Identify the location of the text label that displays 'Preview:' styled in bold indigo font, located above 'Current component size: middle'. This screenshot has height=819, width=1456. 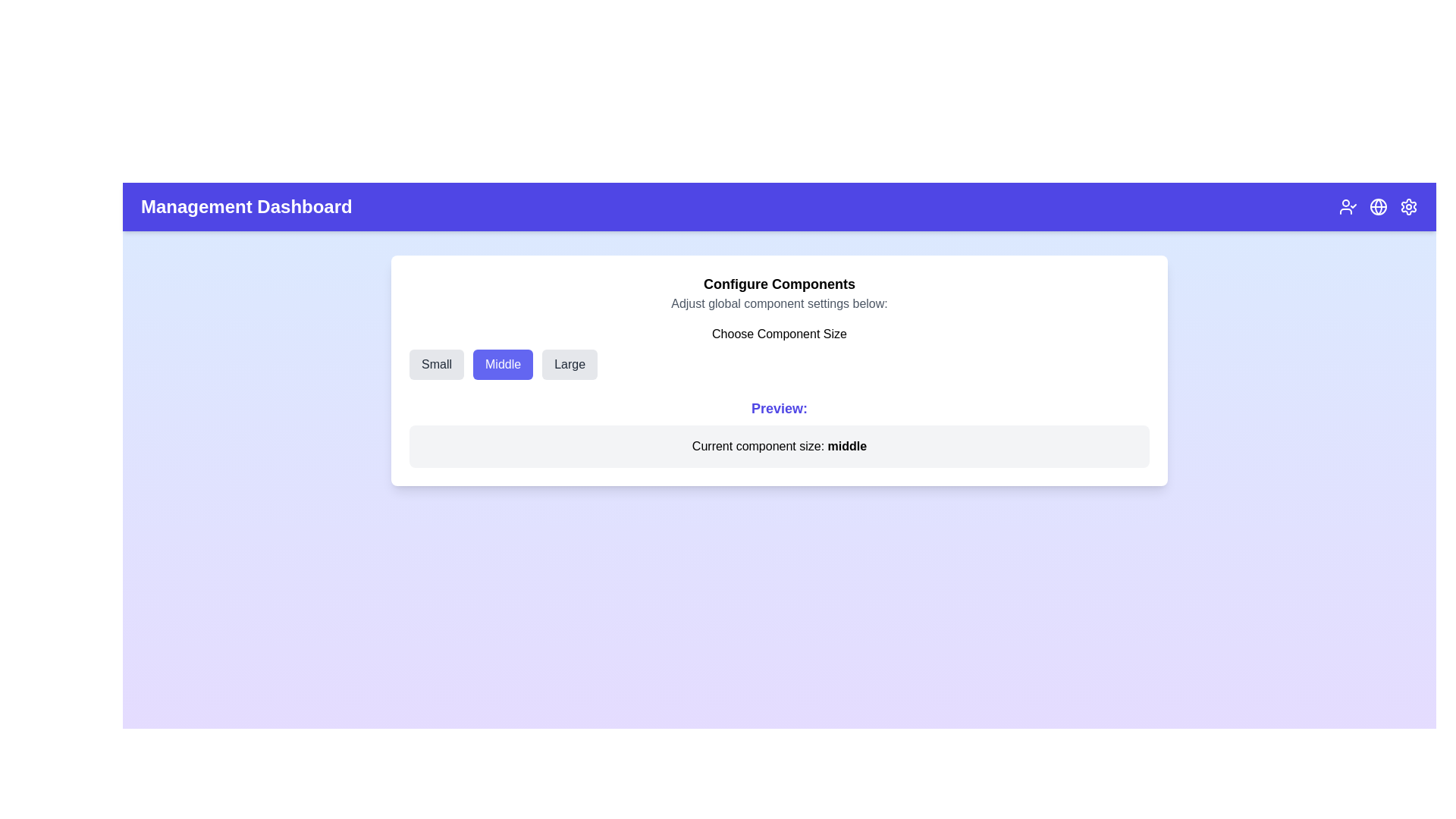
(779, 408).